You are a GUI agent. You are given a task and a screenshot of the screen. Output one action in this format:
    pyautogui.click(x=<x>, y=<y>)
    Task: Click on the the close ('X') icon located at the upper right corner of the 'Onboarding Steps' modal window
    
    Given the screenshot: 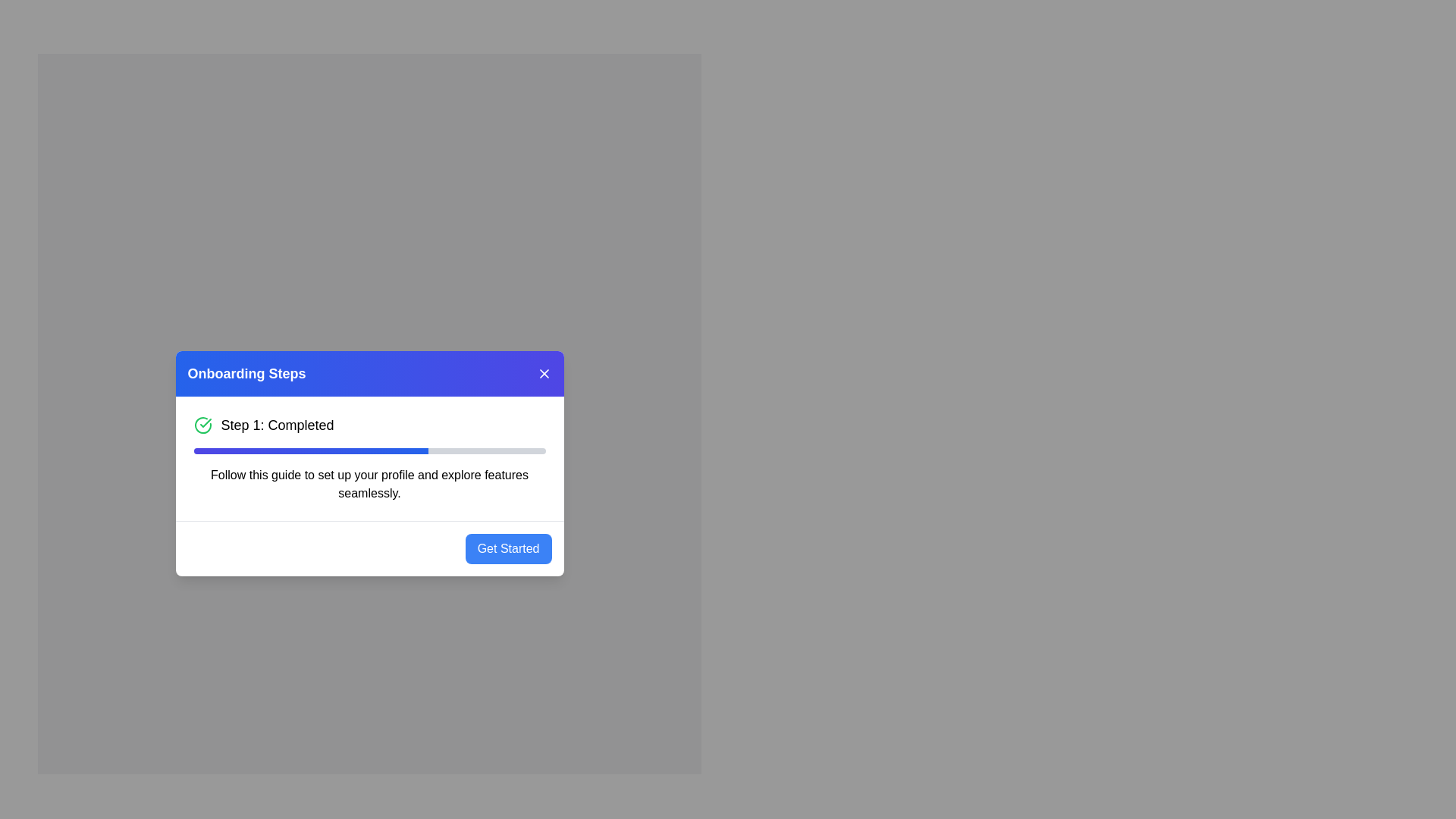 What is the action you would take?
    pyautogui.click(x=544, y=373)
    